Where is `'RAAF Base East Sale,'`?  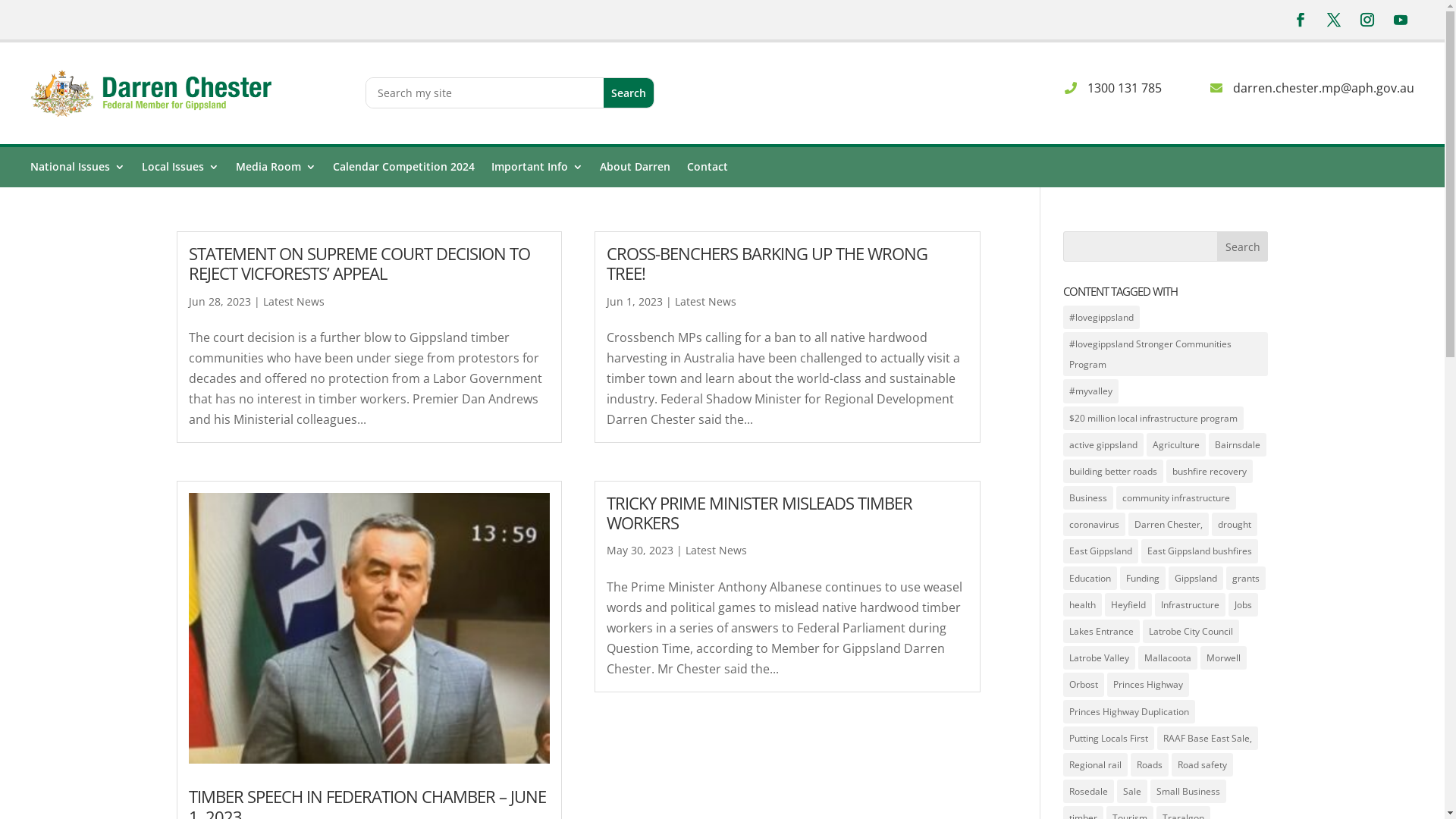
'RAAF Base East Sale,' is located at coordinates (1207, 737).